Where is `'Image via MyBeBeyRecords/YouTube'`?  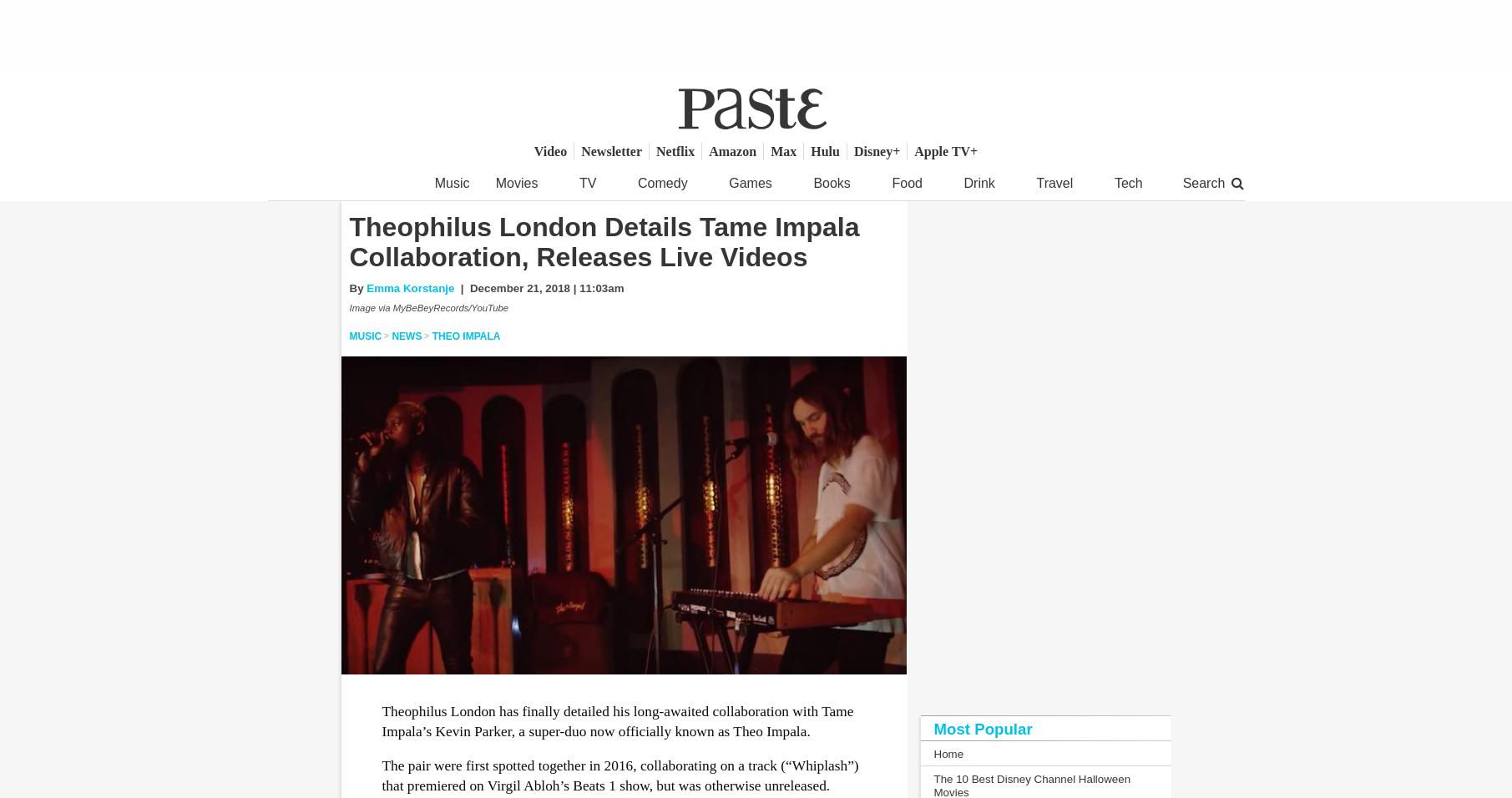
'Image via MyBeBeyRecords/YouTube' is located at coordinates (427, 306).